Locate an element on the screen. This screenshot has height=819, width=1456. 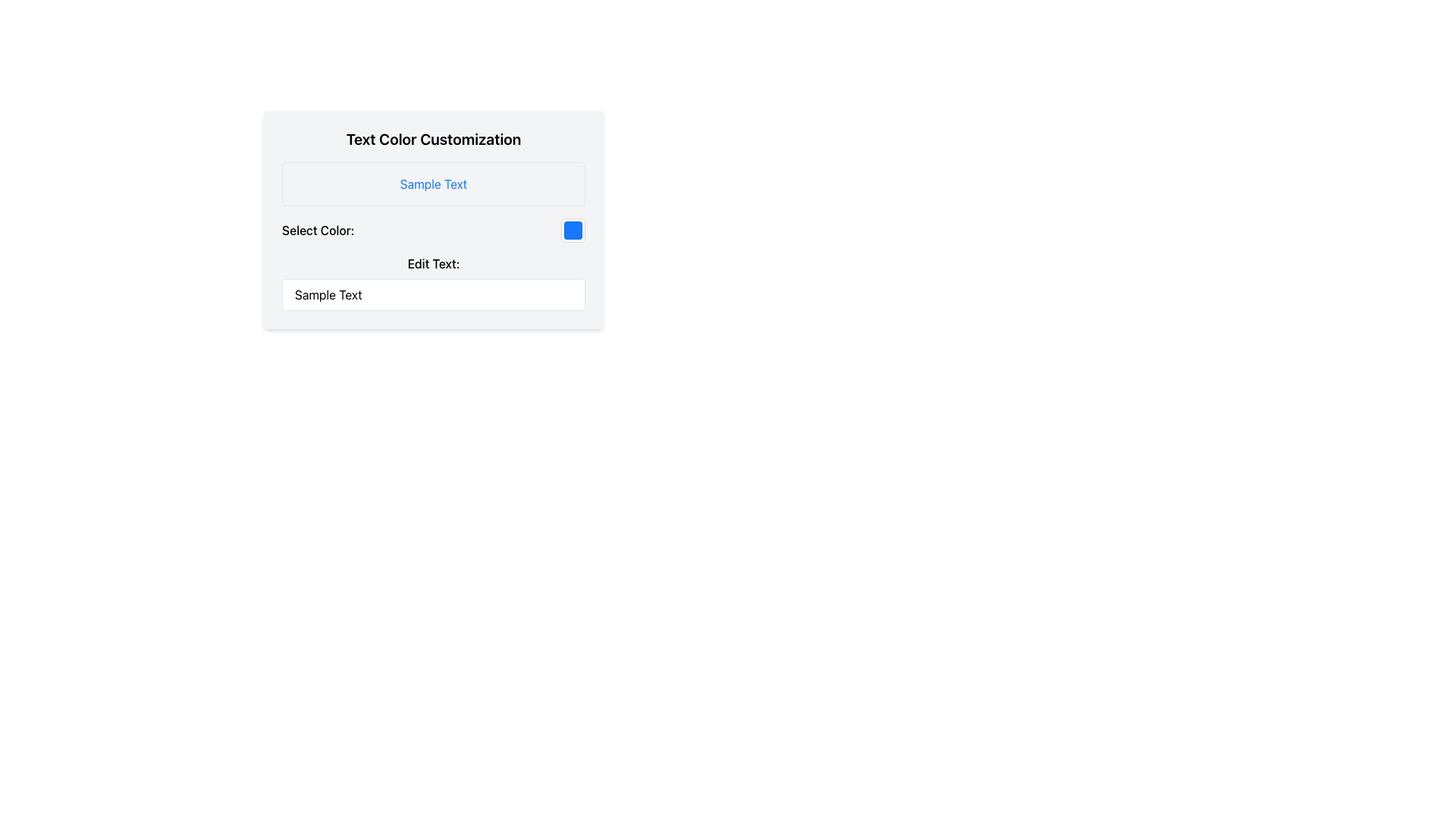
the static text label that reads 'Edit Text:', which is styled in a medium-sized bold font and positioned horizontally centered above the input box is located at coordinates (432, 262).